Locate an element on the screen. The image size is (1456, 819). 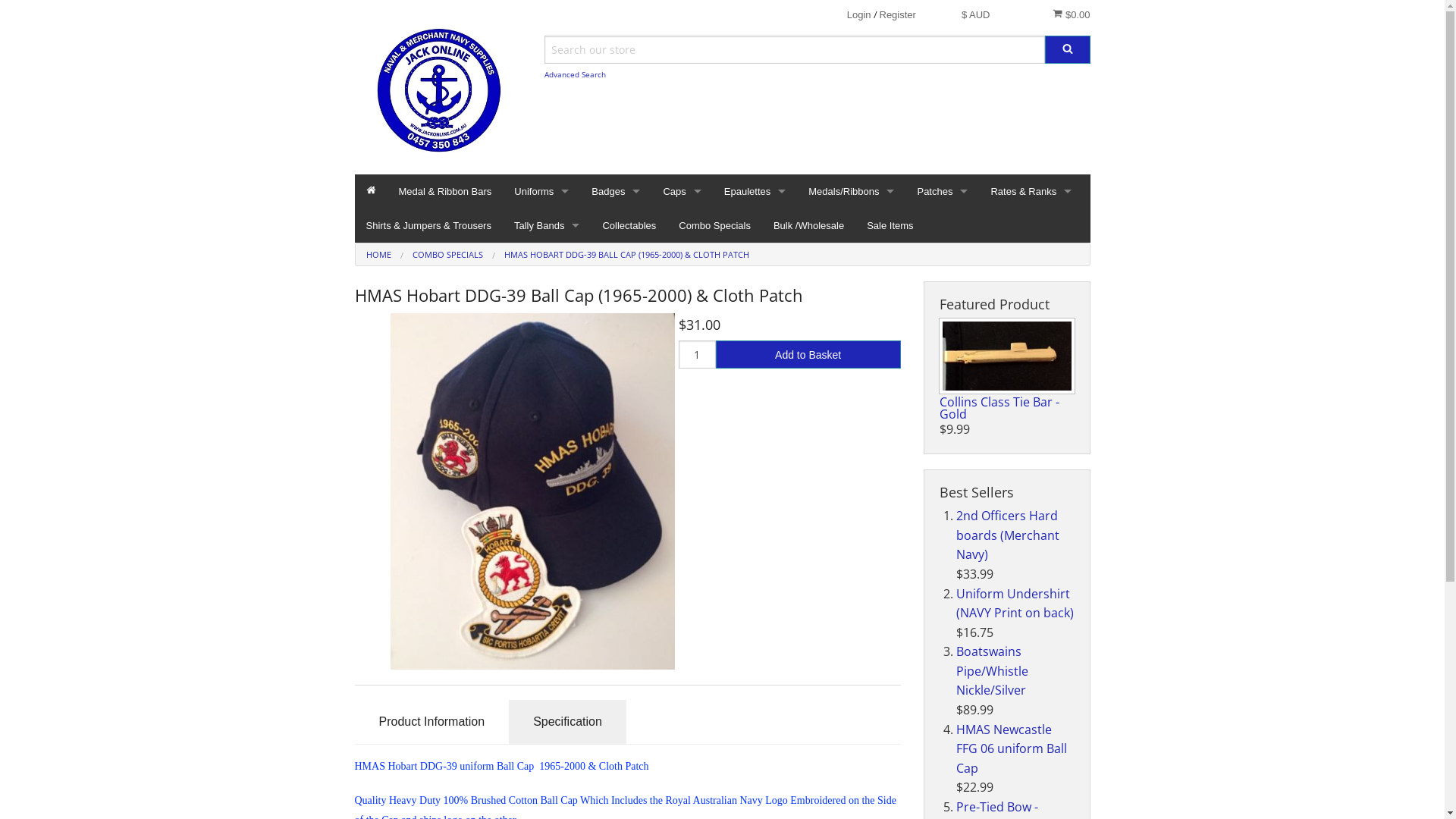
'$0.00' is located at coordinates (1070, 14).